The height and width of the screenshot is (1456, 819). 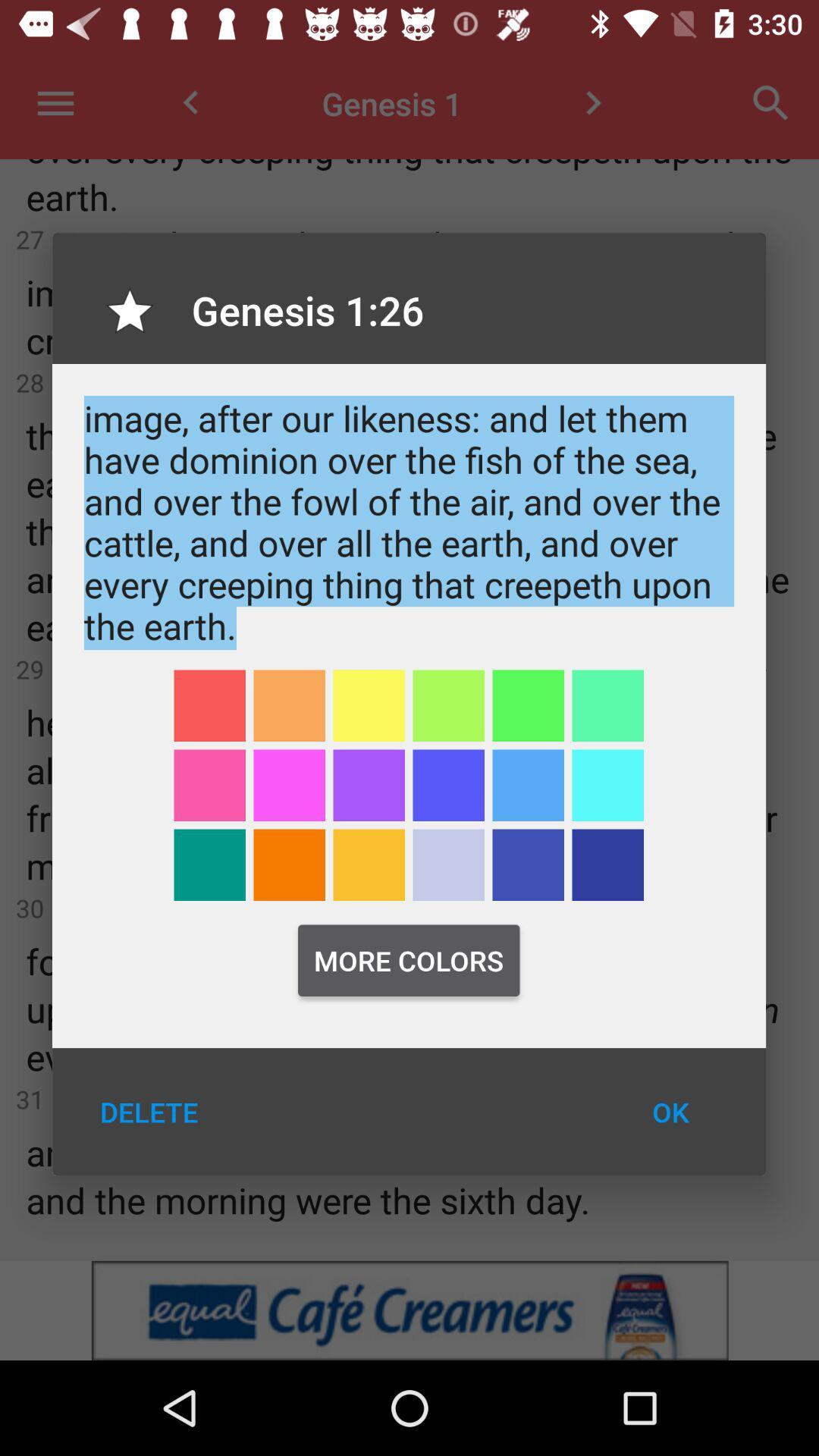 I want to click on color choice, so click(x=527, y=704).